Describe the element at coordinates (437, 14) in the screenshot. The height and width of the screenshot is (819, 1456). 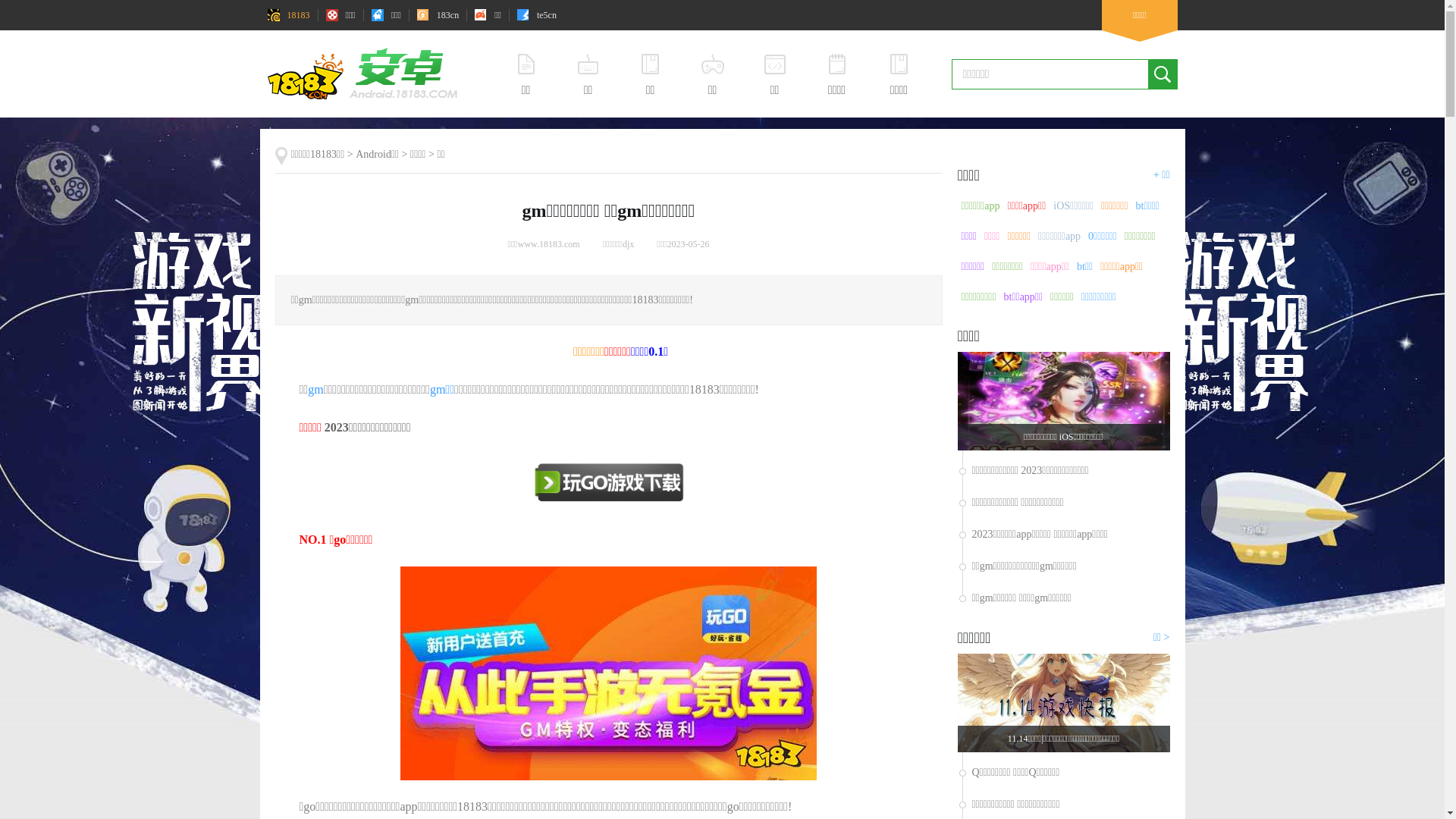
I see `'183cn'` at that location.